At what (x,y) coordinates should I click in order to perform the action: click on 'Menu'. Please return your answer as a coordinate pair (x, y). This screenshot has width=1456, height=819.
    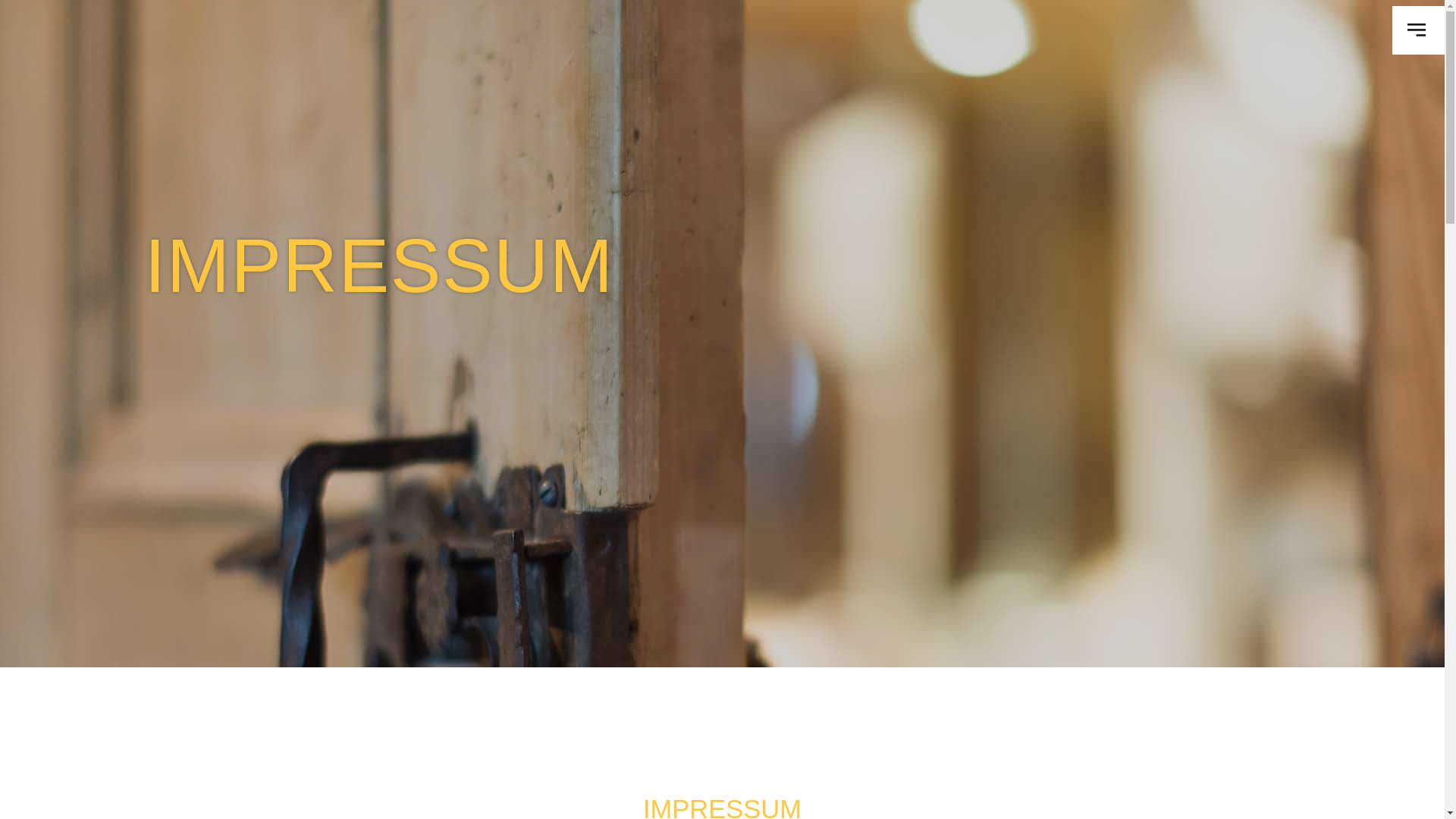
    Looking at the image, I should click on (1417, 30).